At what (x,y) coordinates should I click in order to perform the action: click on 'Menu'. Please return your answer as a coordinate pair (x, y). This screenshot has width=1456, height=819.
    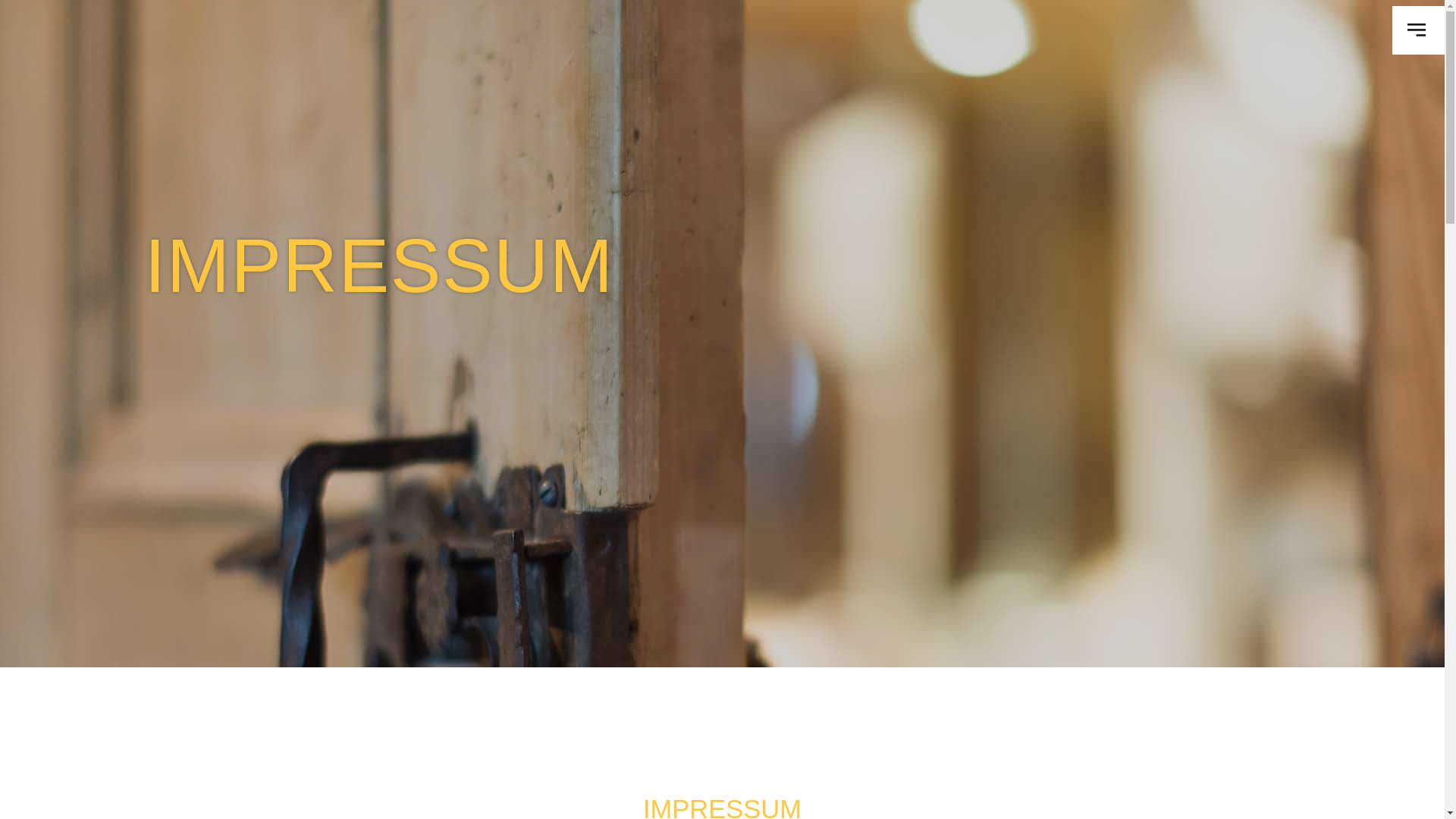
    Looking at the image, I should click on (1417, 30).